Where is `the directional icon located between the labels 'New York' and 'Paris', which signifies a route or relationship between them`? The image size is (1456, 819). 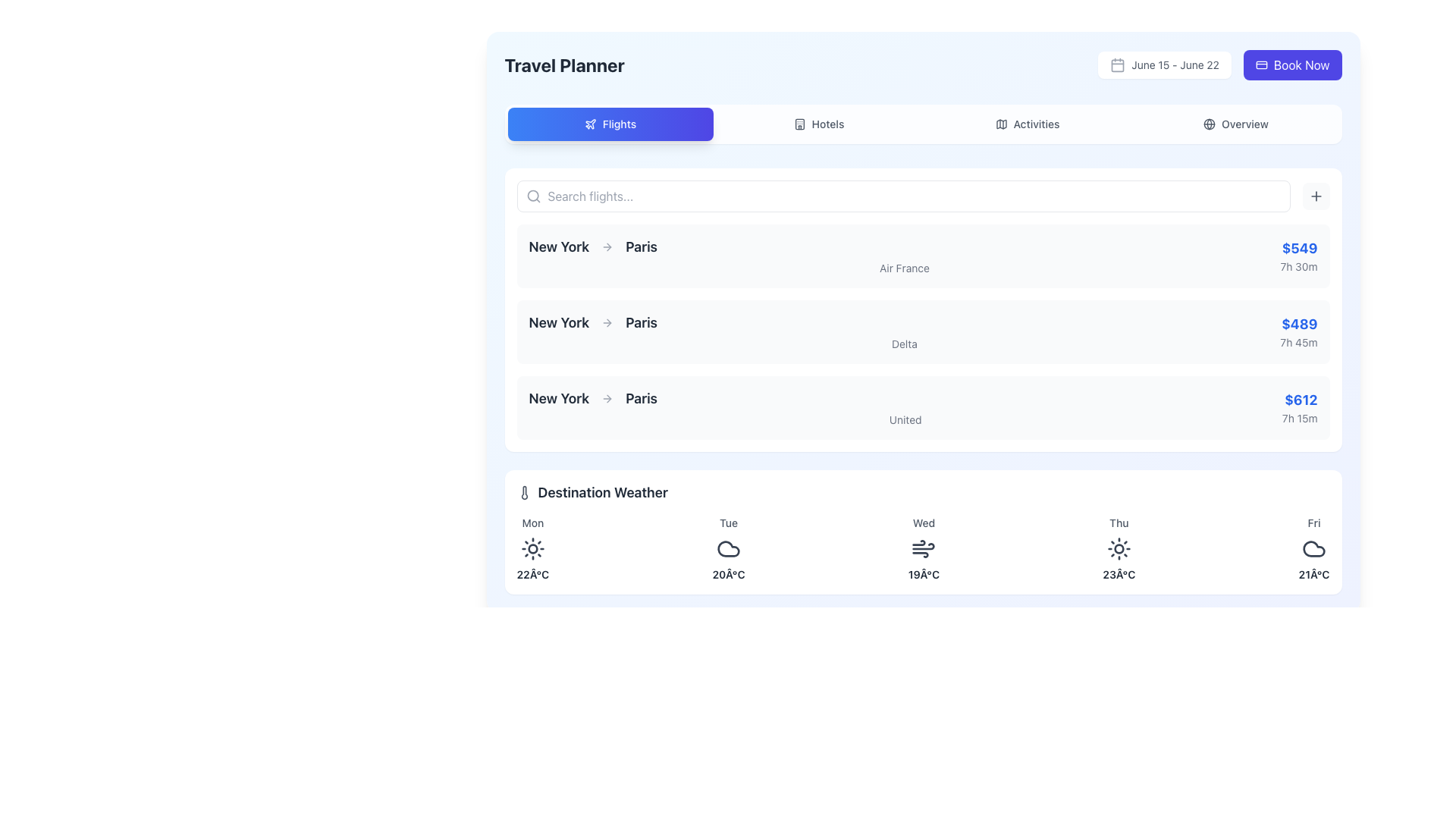
the directional icon located between the labels 'New York' and 'Paris', which signifies a route or relationship between them is located at coordinates (607, 397).